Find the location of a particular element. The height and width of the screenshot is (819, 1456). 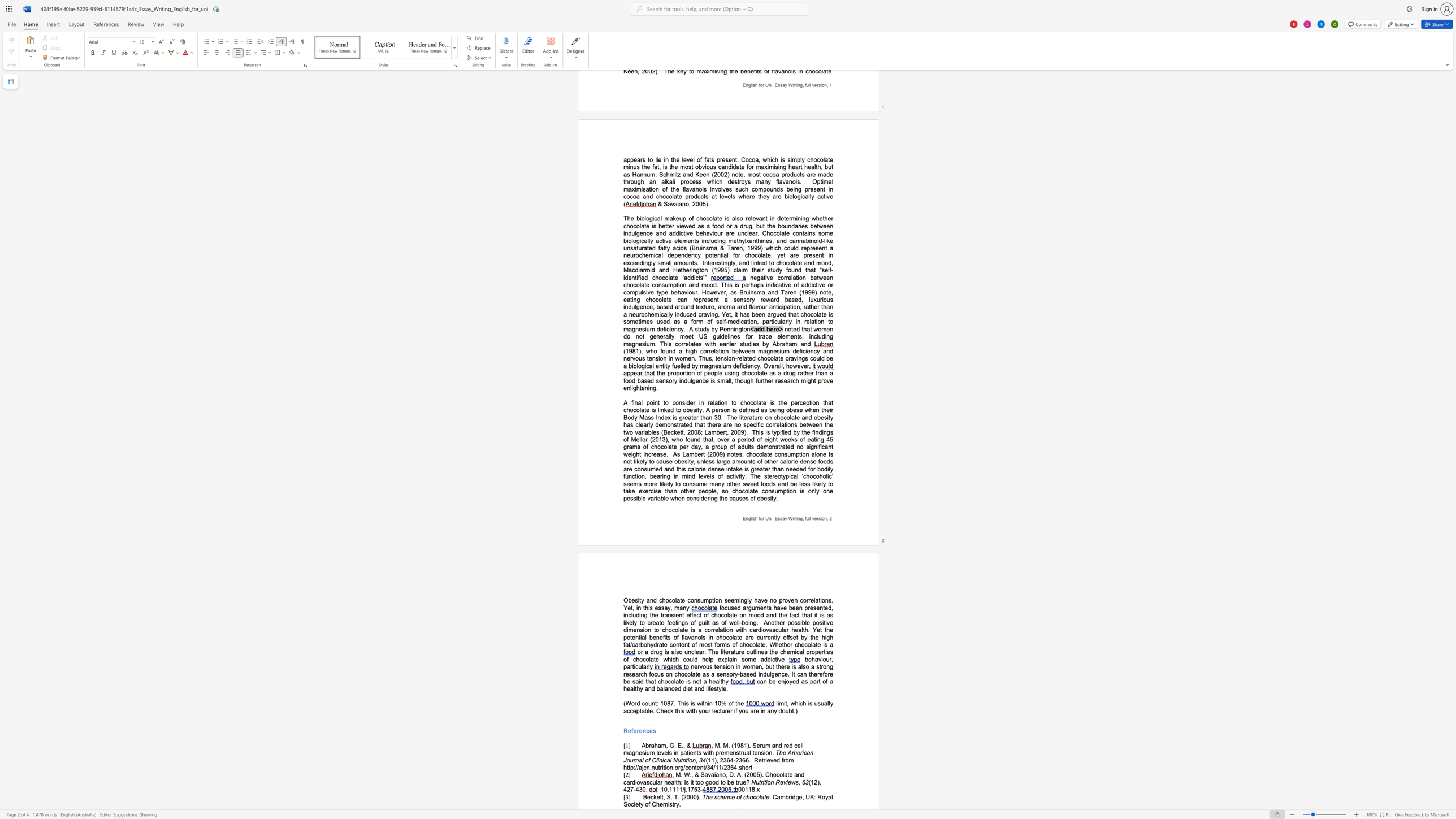

the 1th character "t" in the text is located at coordinates (655, 703).